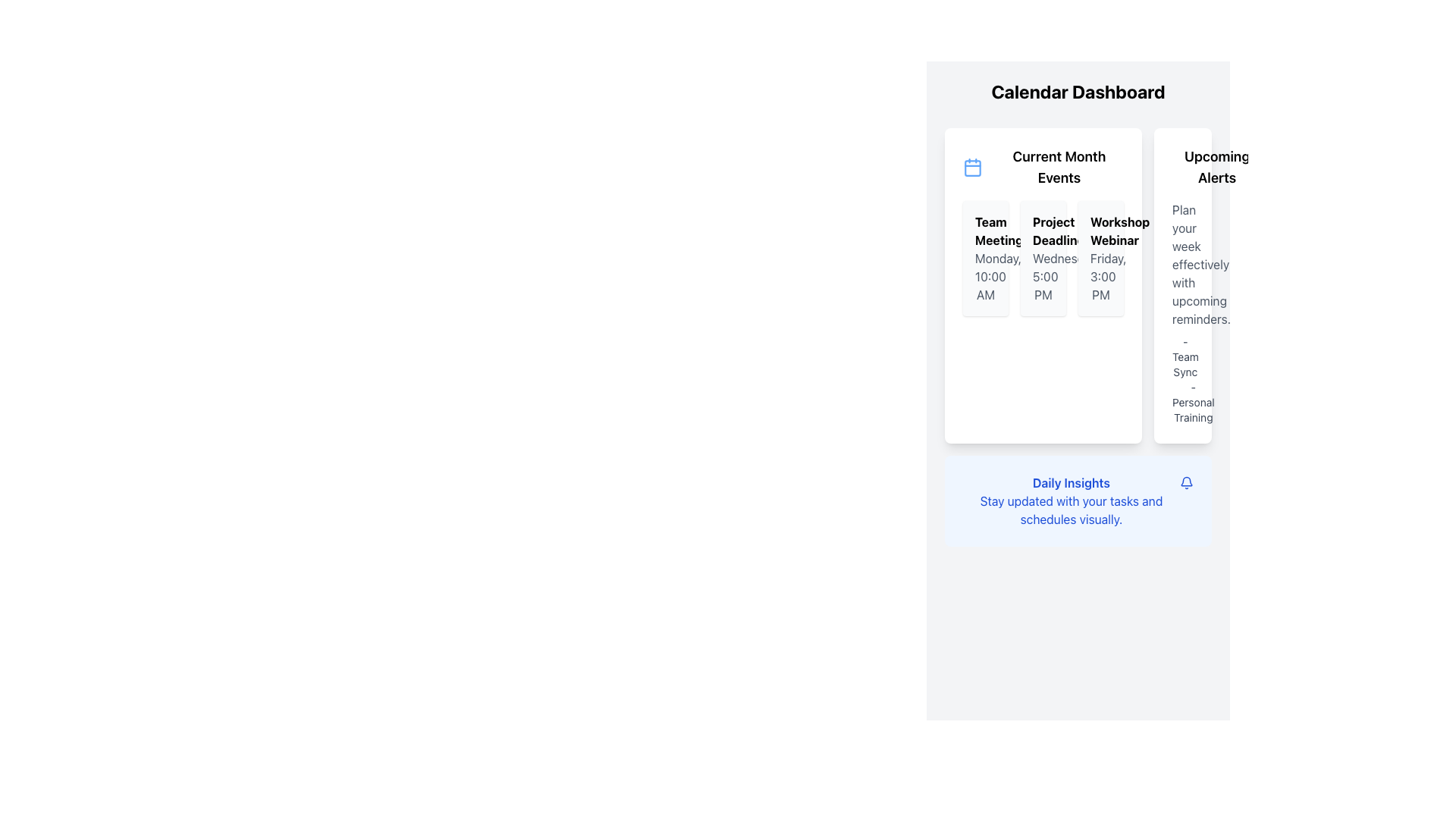 The image size is (1456, 819). What do you see at coordinates (986, 231) in the screenshot?
I see `title text that serves as the heading within the 'Current Month Events' section, located in the first card of three horizontal cards` at bounding box center [986, 231].